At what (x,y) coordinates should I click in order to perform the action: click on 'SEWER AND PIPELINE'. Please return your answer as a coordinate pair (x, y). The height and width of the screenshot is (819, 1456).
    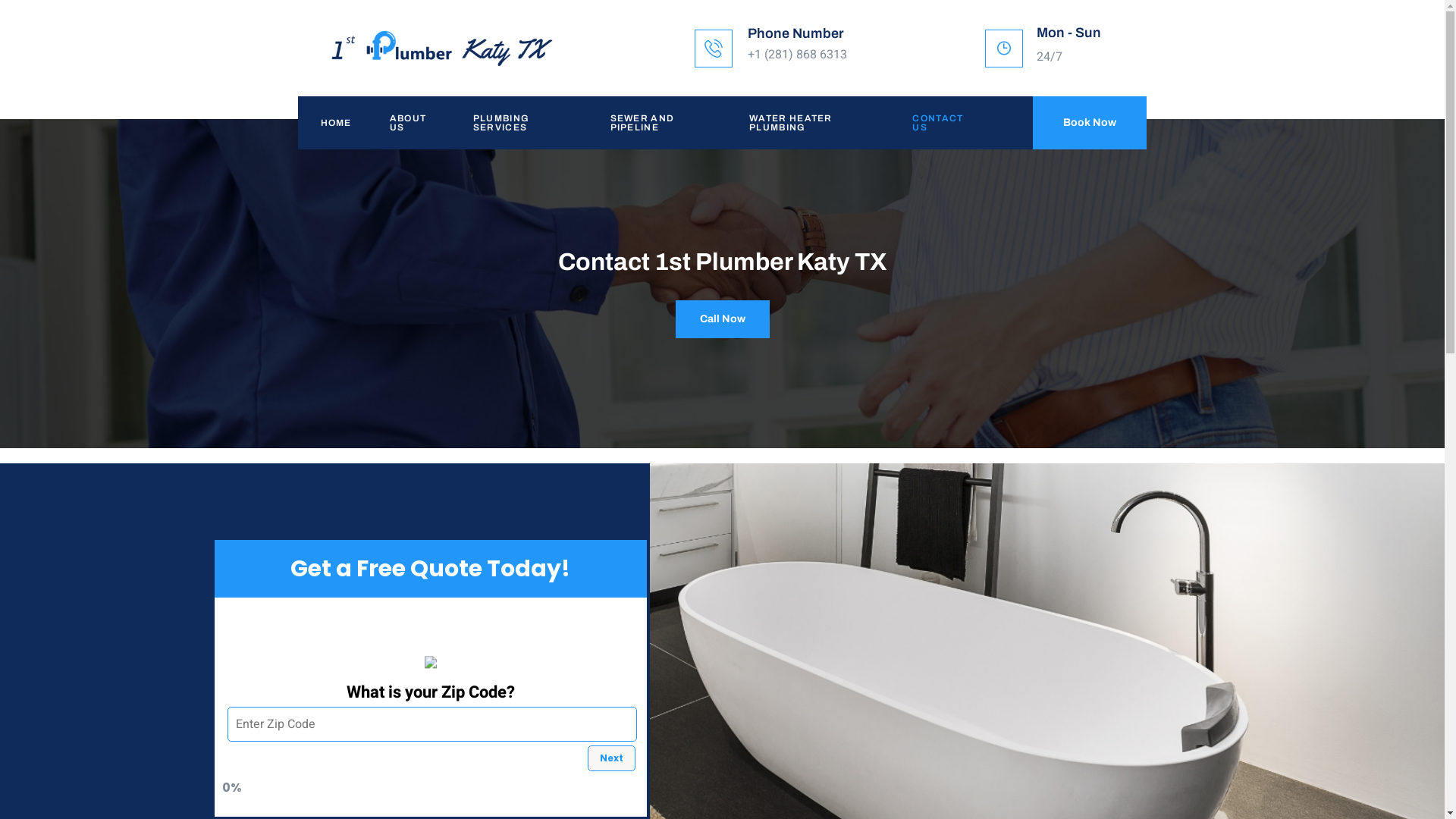
    Looking at the image, I should click on (657, 122).